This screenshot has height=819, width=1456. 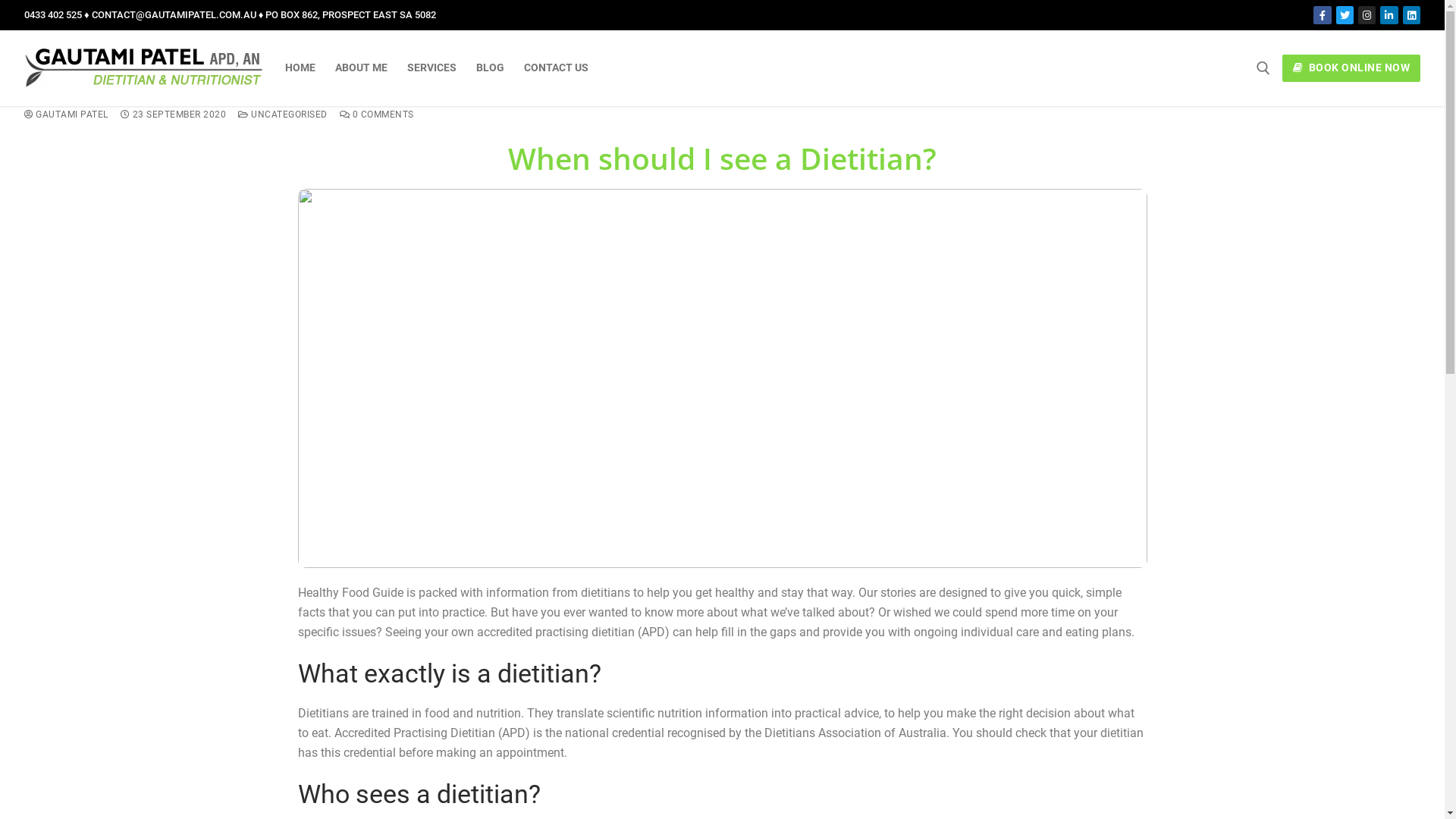 What do you see at coordinates (1345, 15) in the screenshot?
I see `'Twitter'` at bounding box center [1345, 15].